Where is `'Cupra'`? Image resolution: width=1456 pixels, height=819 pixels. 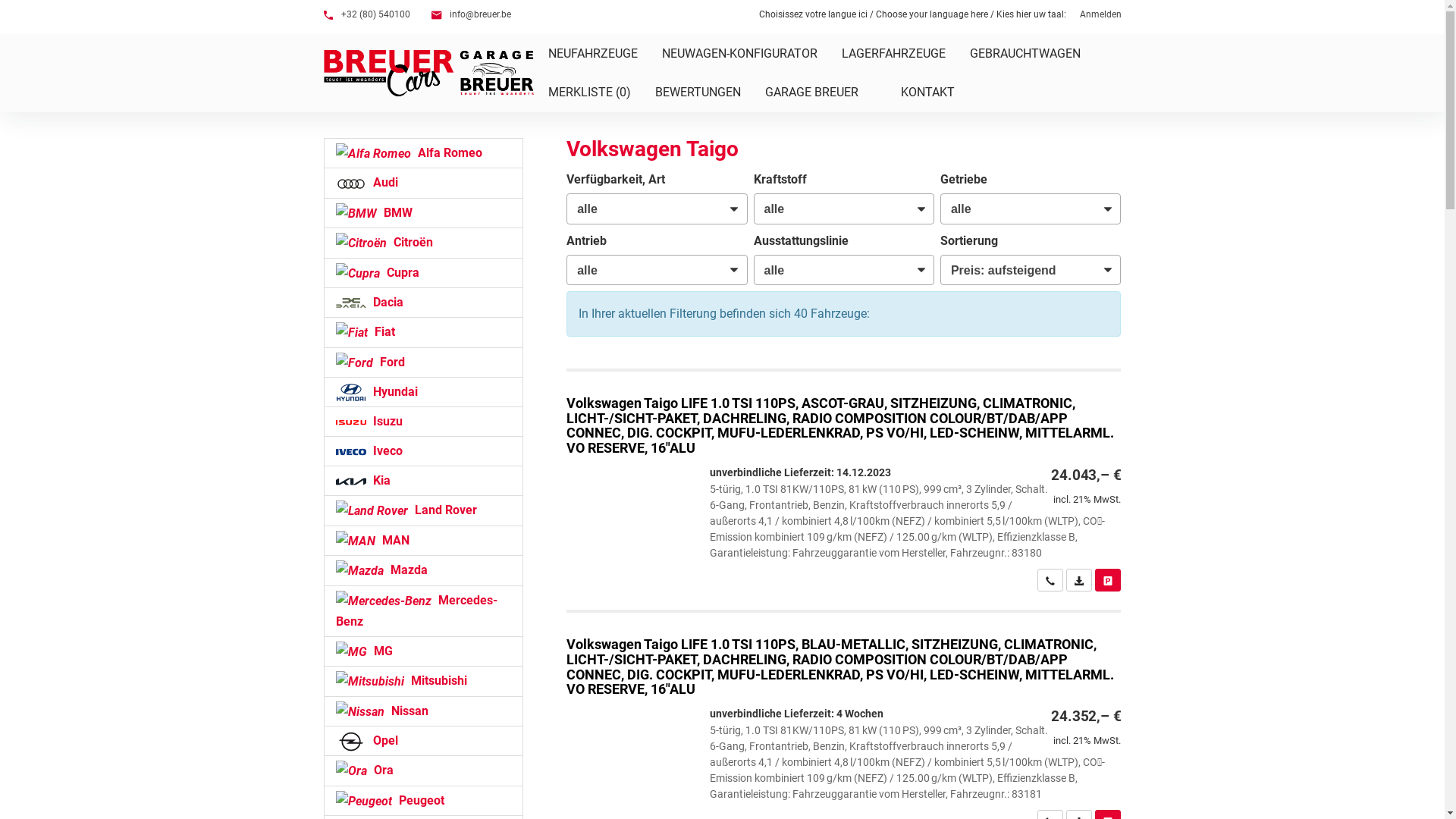
'Cupra' is located at coordinates (322, 271).